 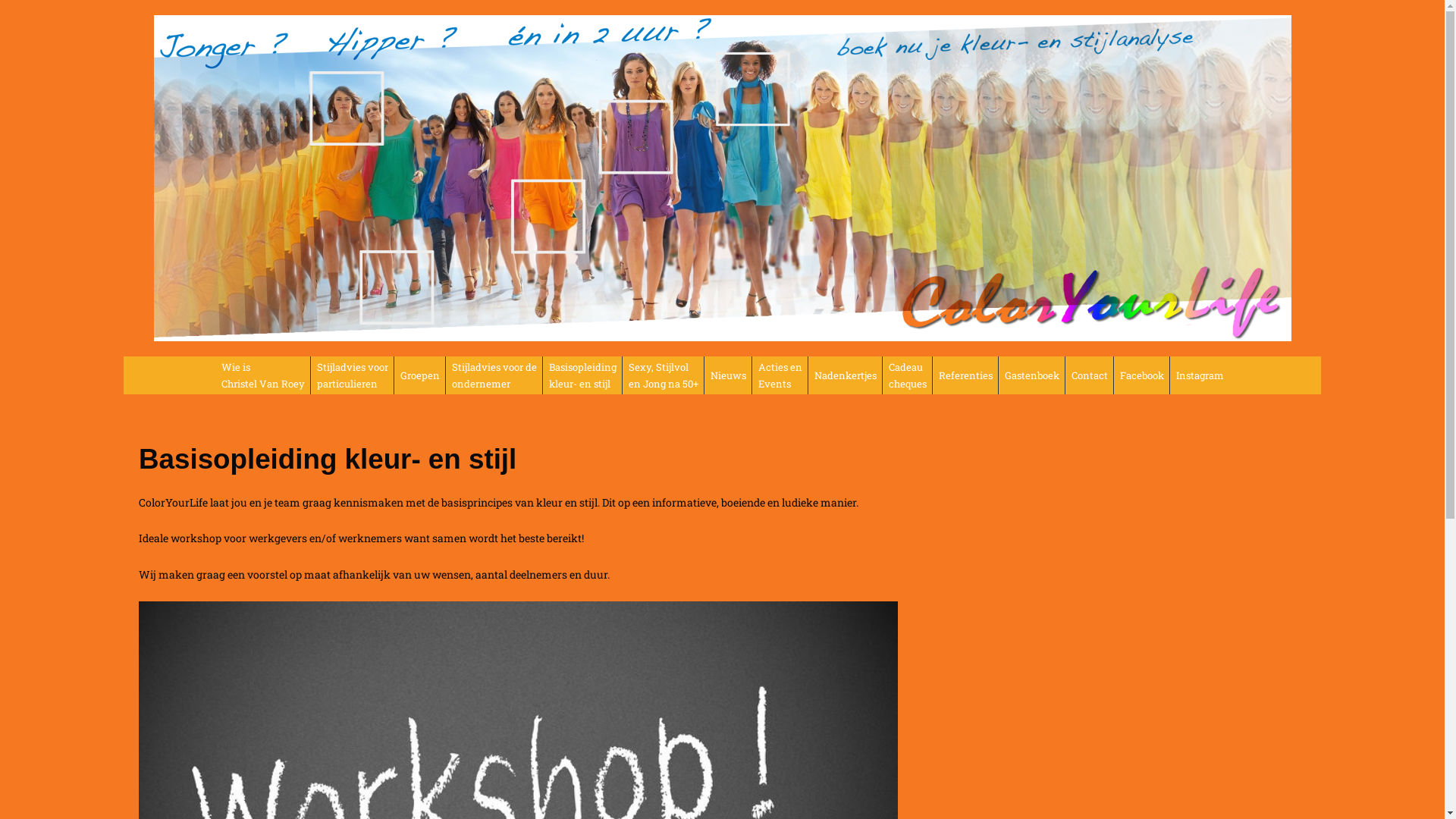 I want to click on 'Referenties', so click(x=931, y=375).